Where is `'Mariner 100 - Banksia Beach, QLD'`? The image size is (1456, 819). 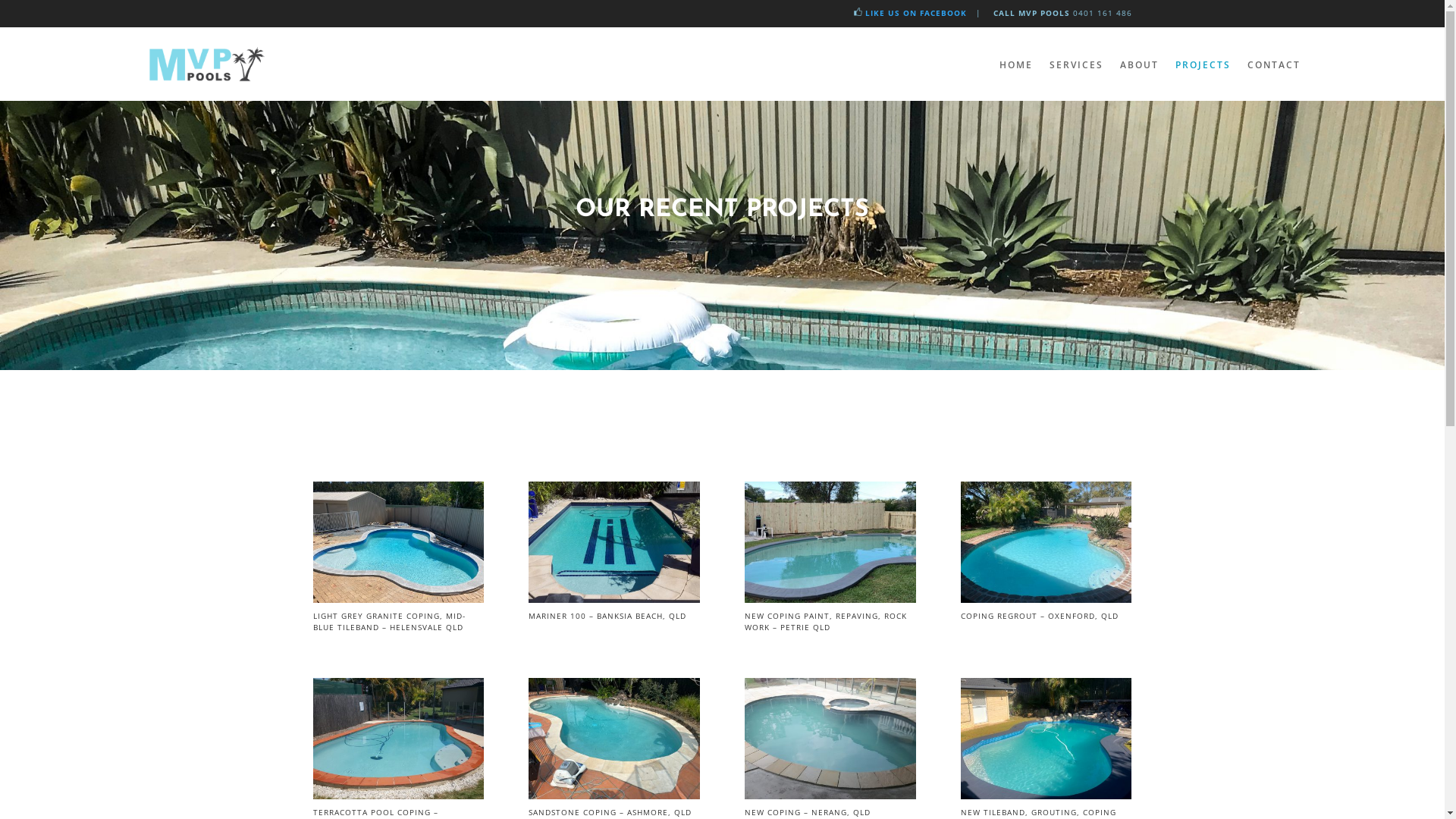
'Mariner 100 - Banksia Beach, QLD' is located at coordinates (613, 598).